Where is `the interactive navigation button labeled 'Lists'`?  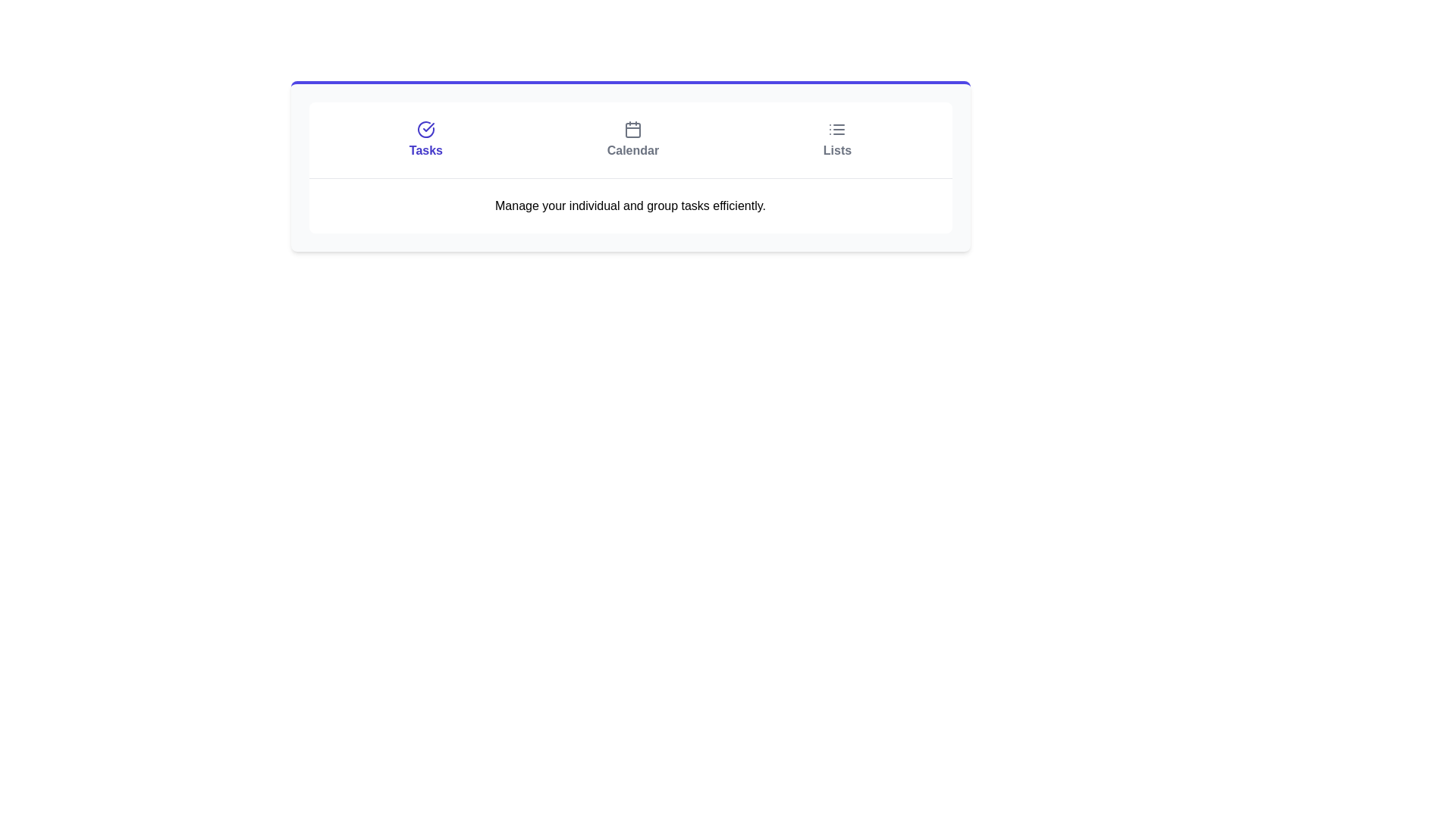 the interactive navigation button labeled 'Lists' is located at coordinates (836, 140).